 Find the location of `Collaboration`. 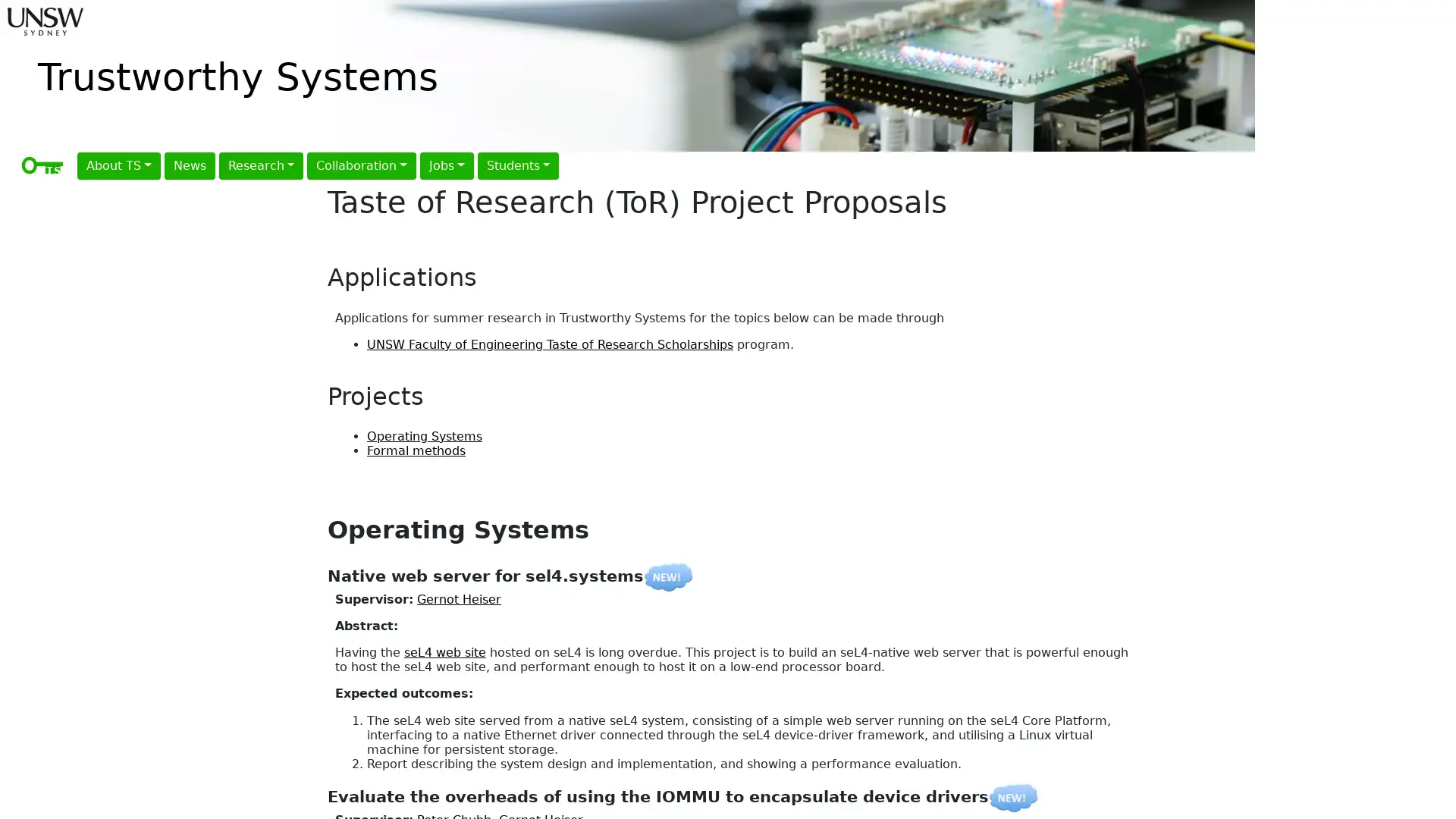

Collaboration is located at coordinates (360, 165).